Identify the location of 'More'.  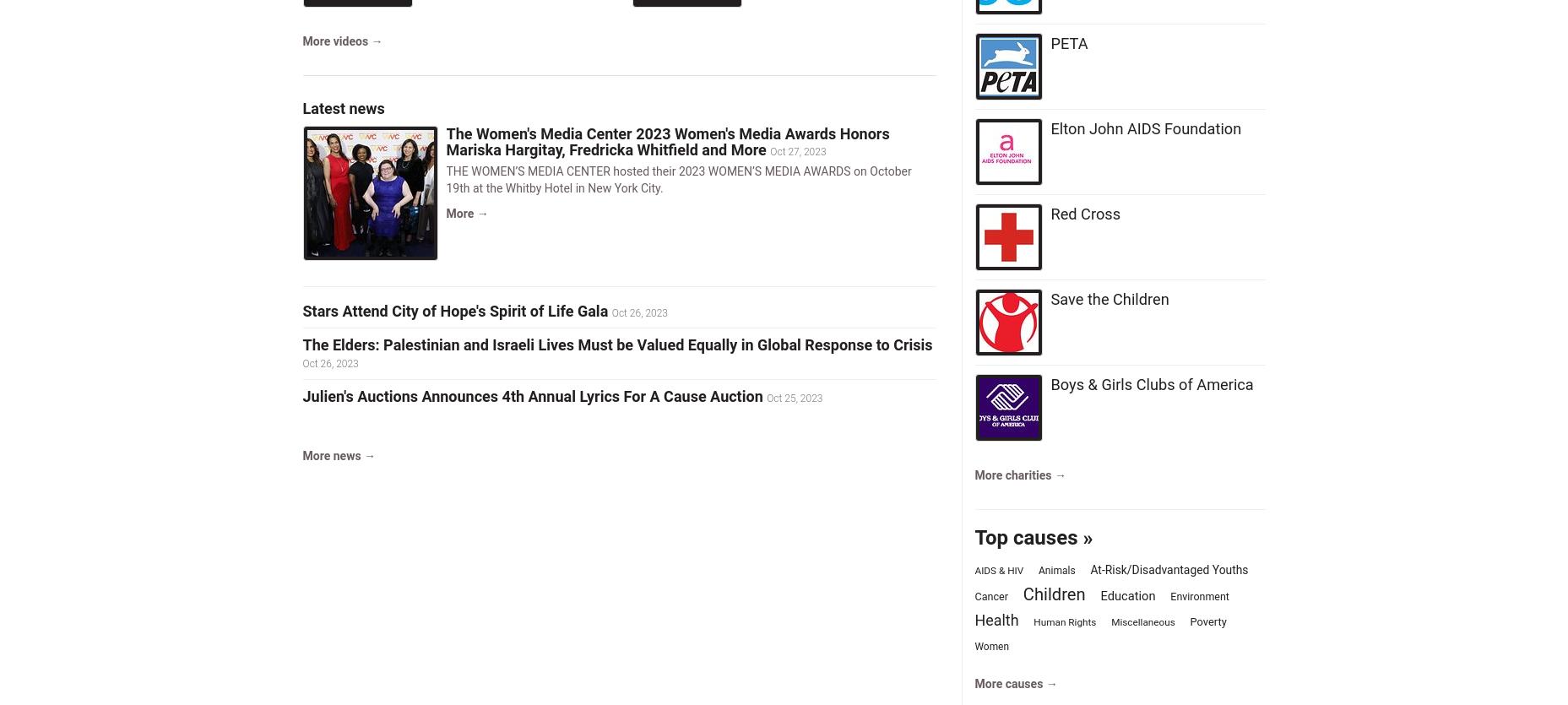
(445, 213).